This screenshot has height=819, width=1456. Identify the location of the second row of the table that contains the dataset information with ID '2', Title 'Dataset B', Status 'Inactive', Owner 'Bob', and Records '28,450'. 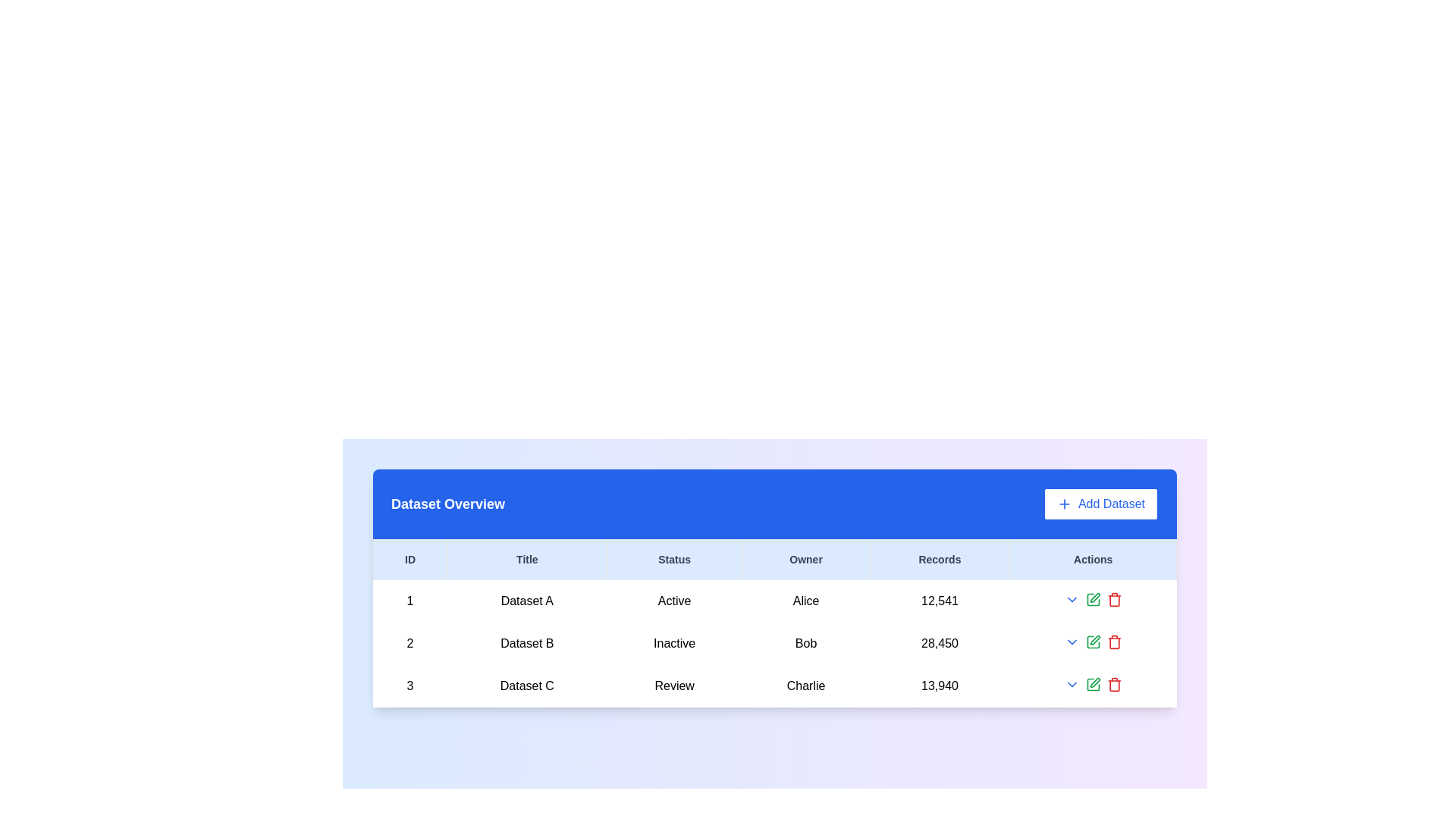
(775, 643).